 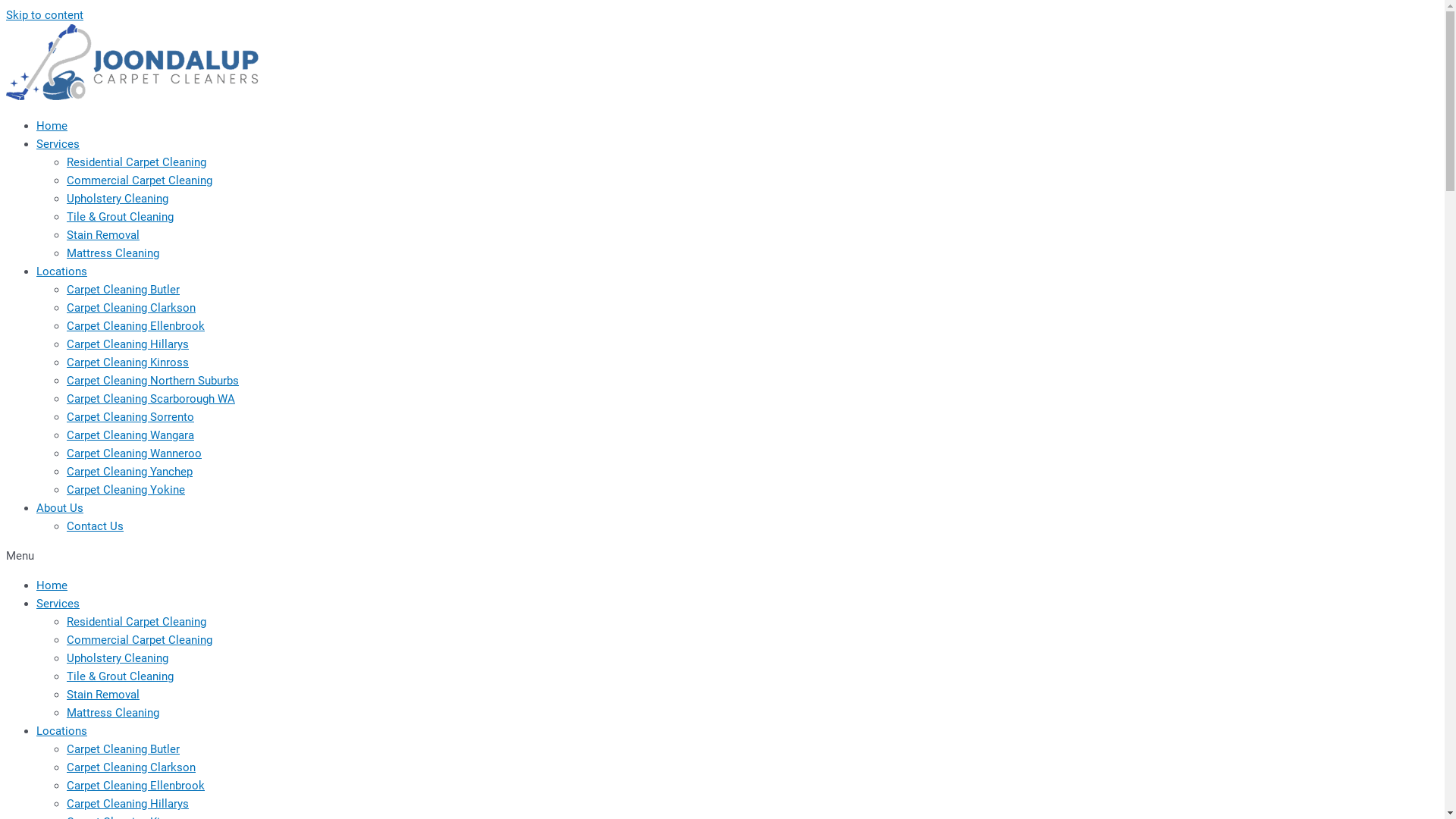 What do you see at coordinates (65, 198) in the screenshot?
I see `'Upholstery Cleaning'` at bounding box center [65, 198].